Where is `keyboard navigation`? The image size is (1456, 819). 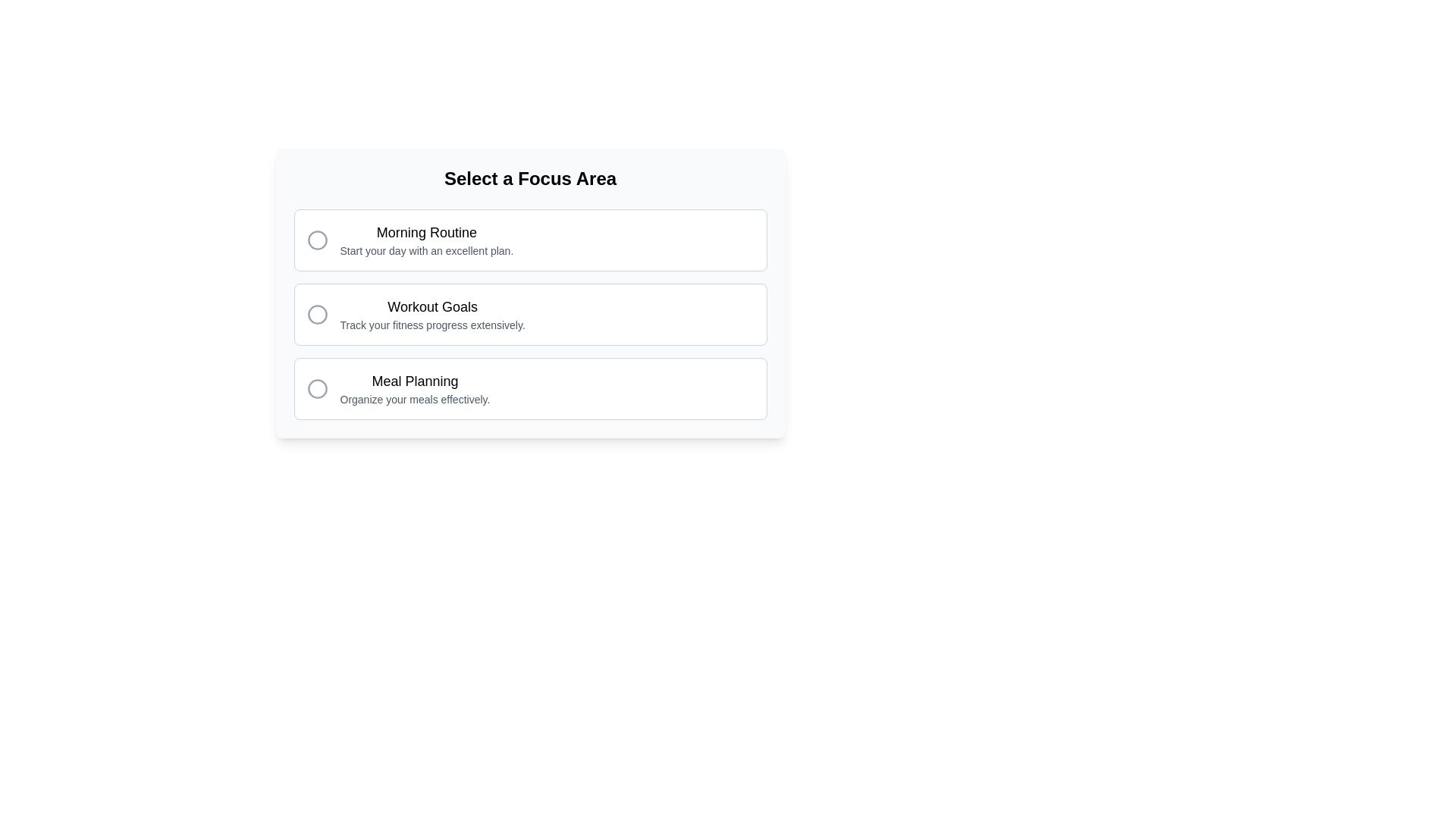 keyboard navigation is located at coordinates (530, 388).